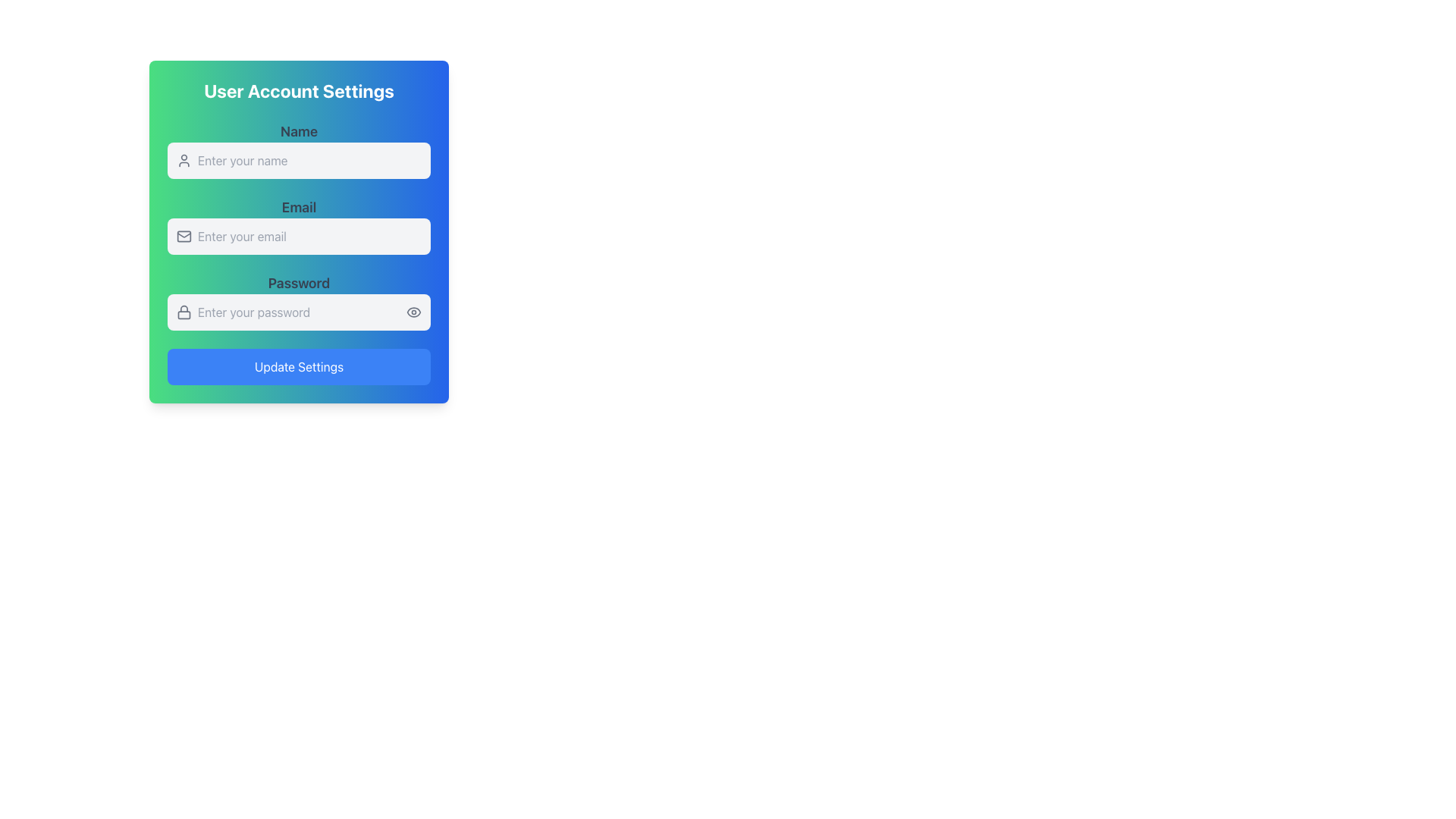  What do you see at coordinates (299, 207) in the screenshot?
I see `the text label indicating the email input field, which is centrally aligned above the email input and below the 'Name' heading` at bounding box center [299, 207].